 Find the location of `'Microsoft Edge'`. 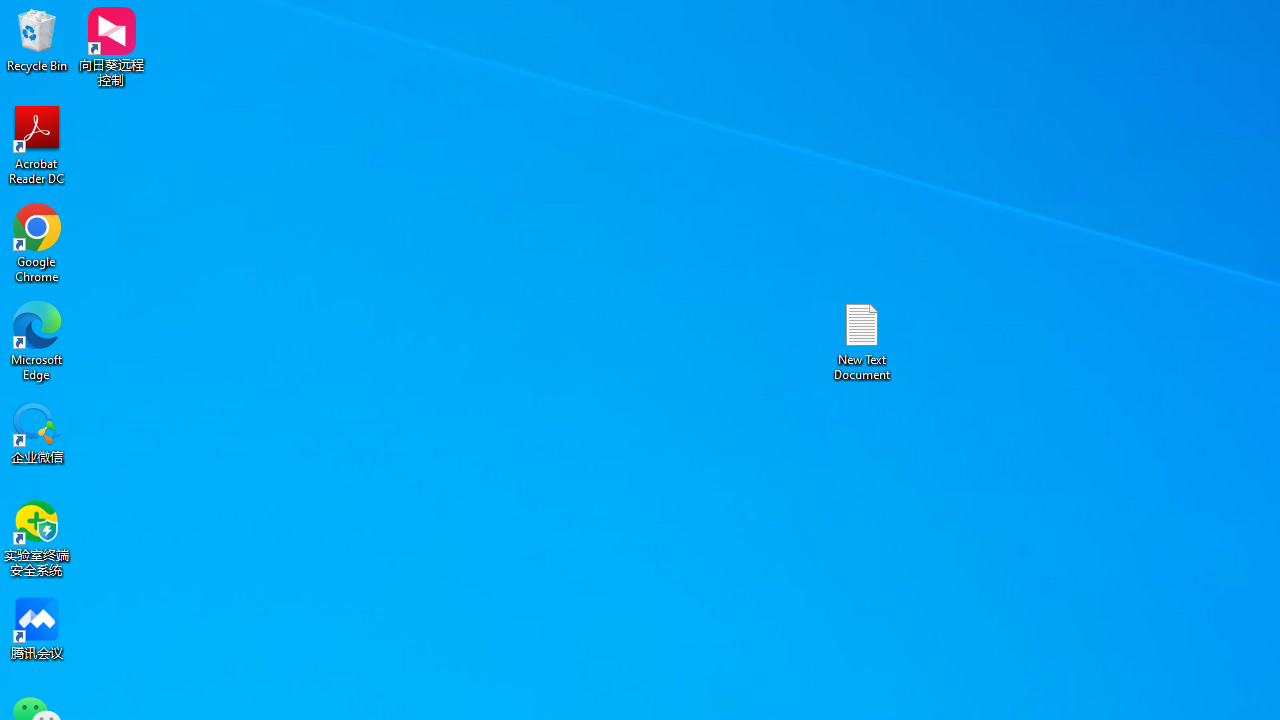

'Microsoft Edge' is located at coordinates (37, 340).